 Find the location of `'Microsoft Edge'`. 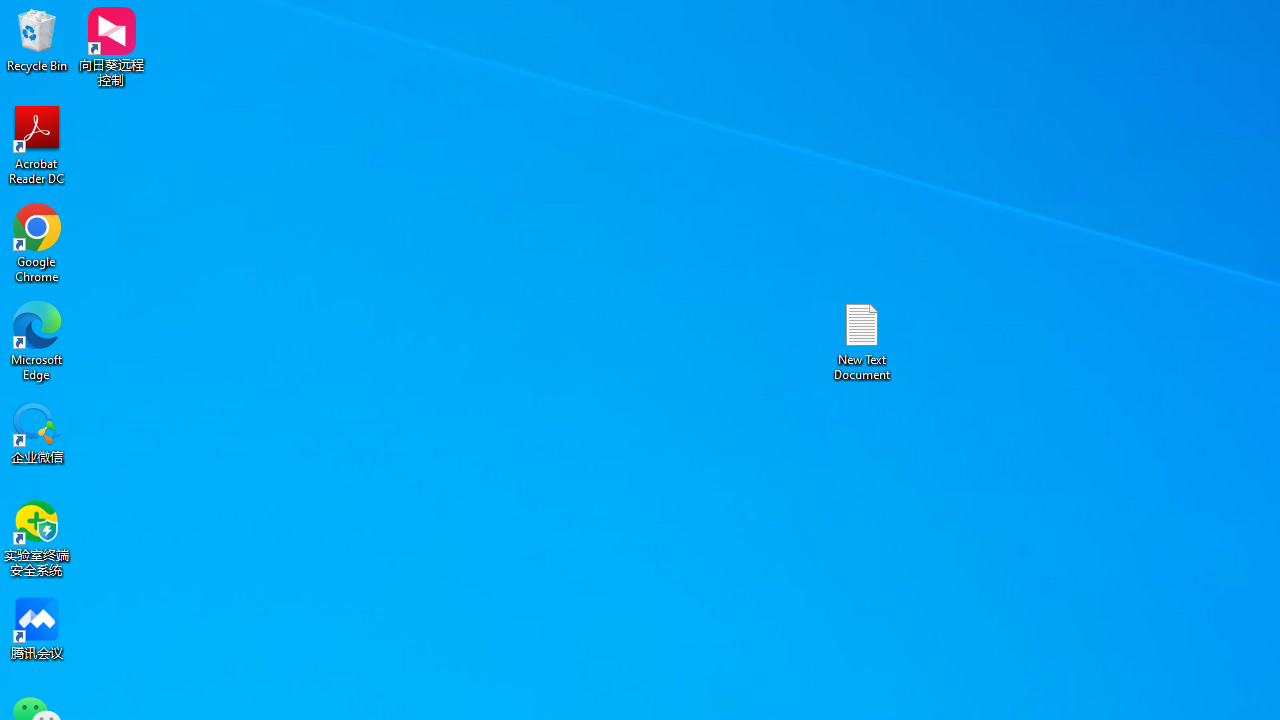

'Microsoft Edge' is located at coordinates (37, 340).